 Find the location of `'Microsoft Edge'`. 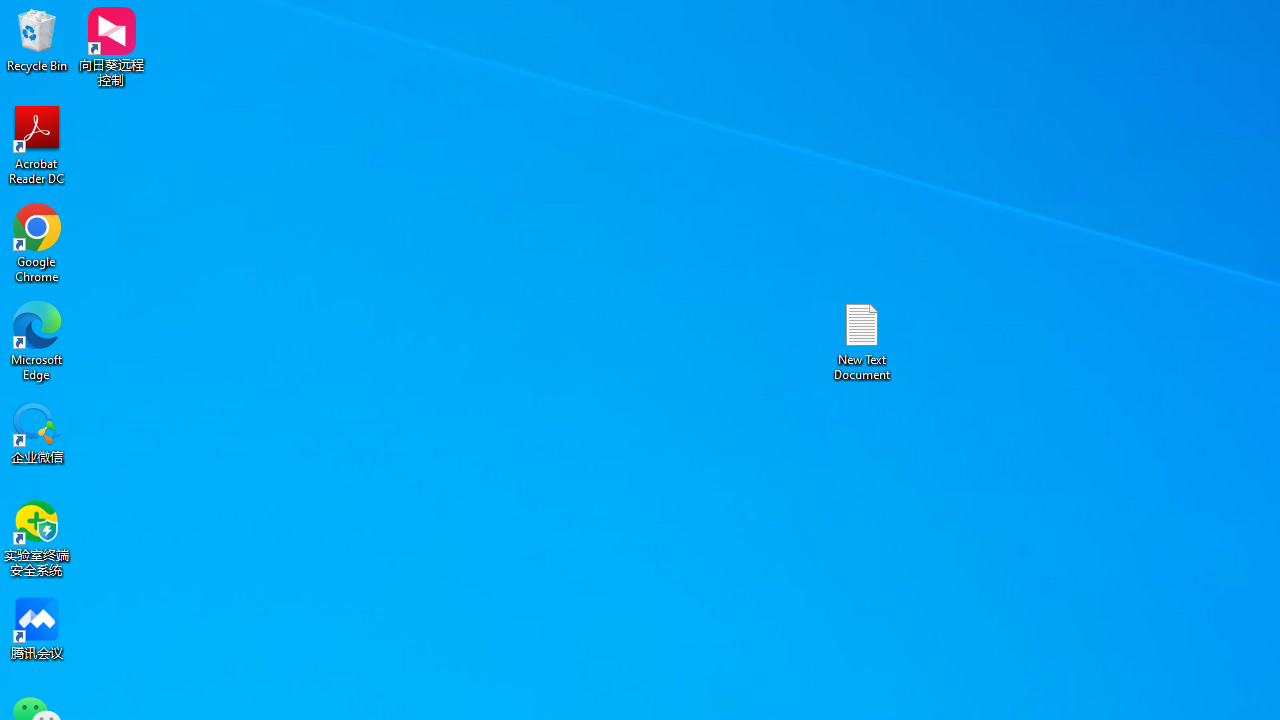

'Microsoft Edge' is located at coordinates (37, 340).